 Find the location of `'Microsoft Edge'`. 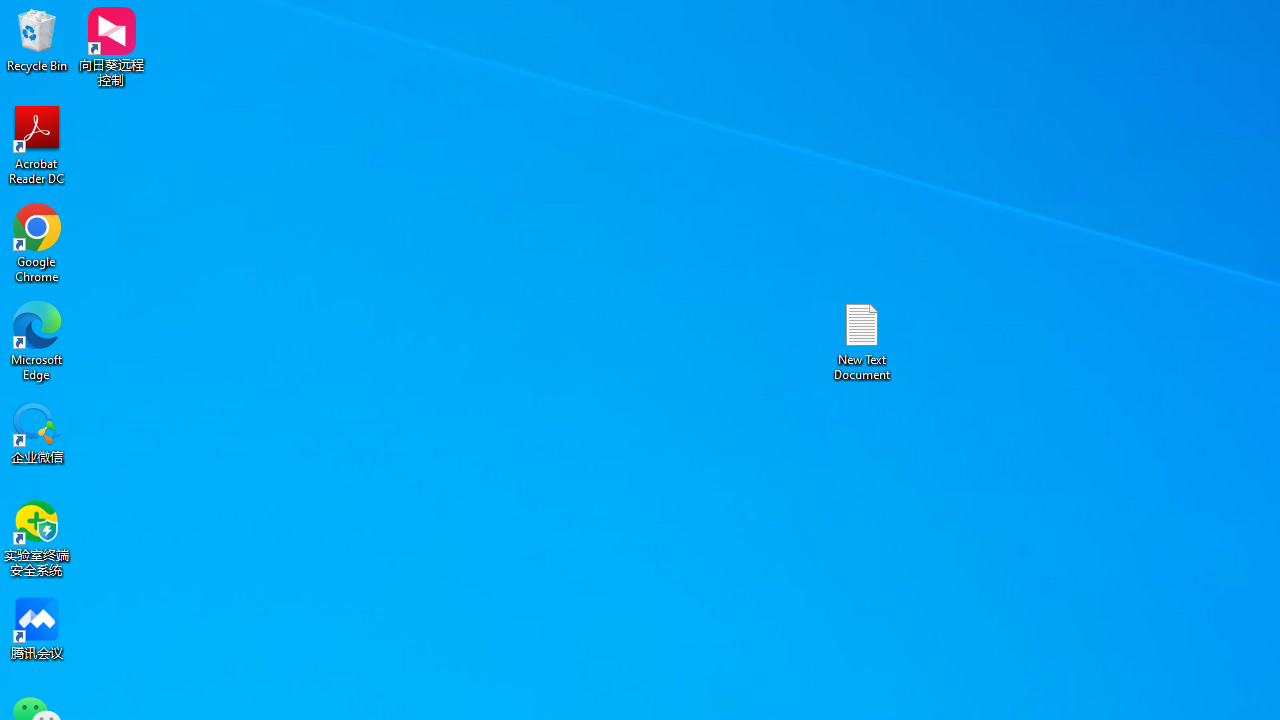

'Microsoft Edge' is located at coordinates (37, 340).